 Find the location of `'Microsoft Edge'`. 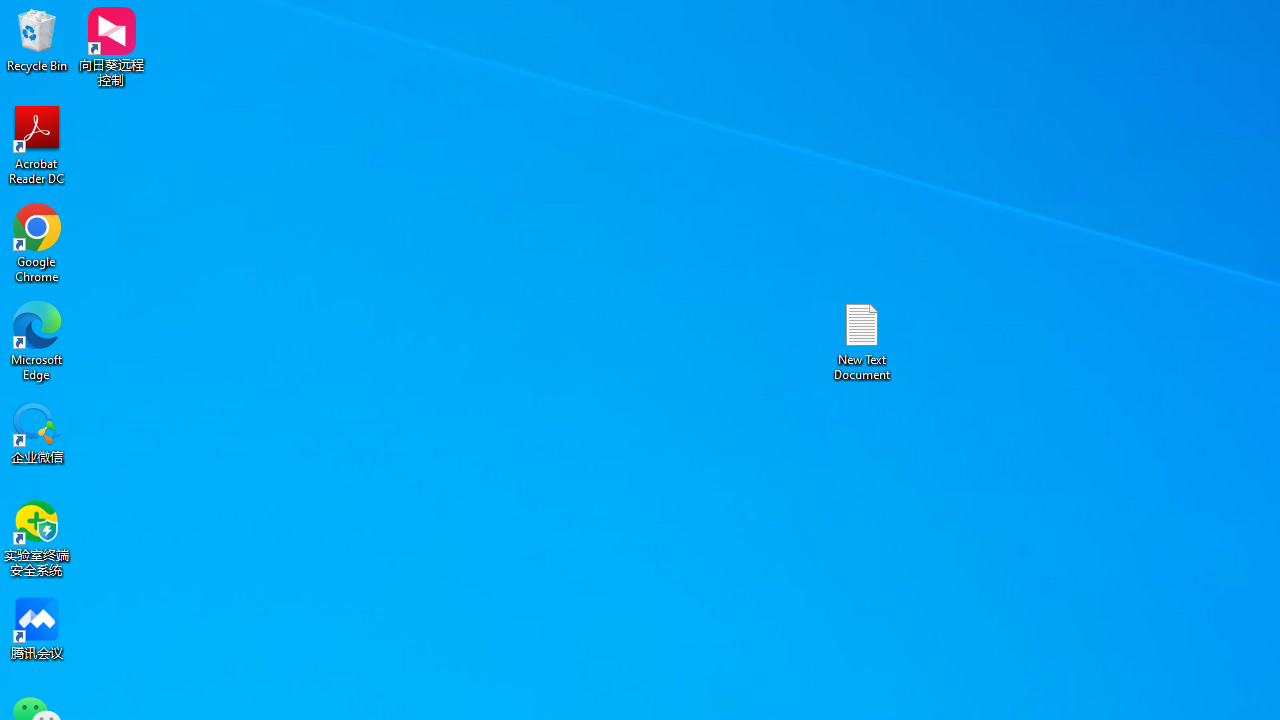

'Microsoft Edge' is located at coordinates (37, 340).